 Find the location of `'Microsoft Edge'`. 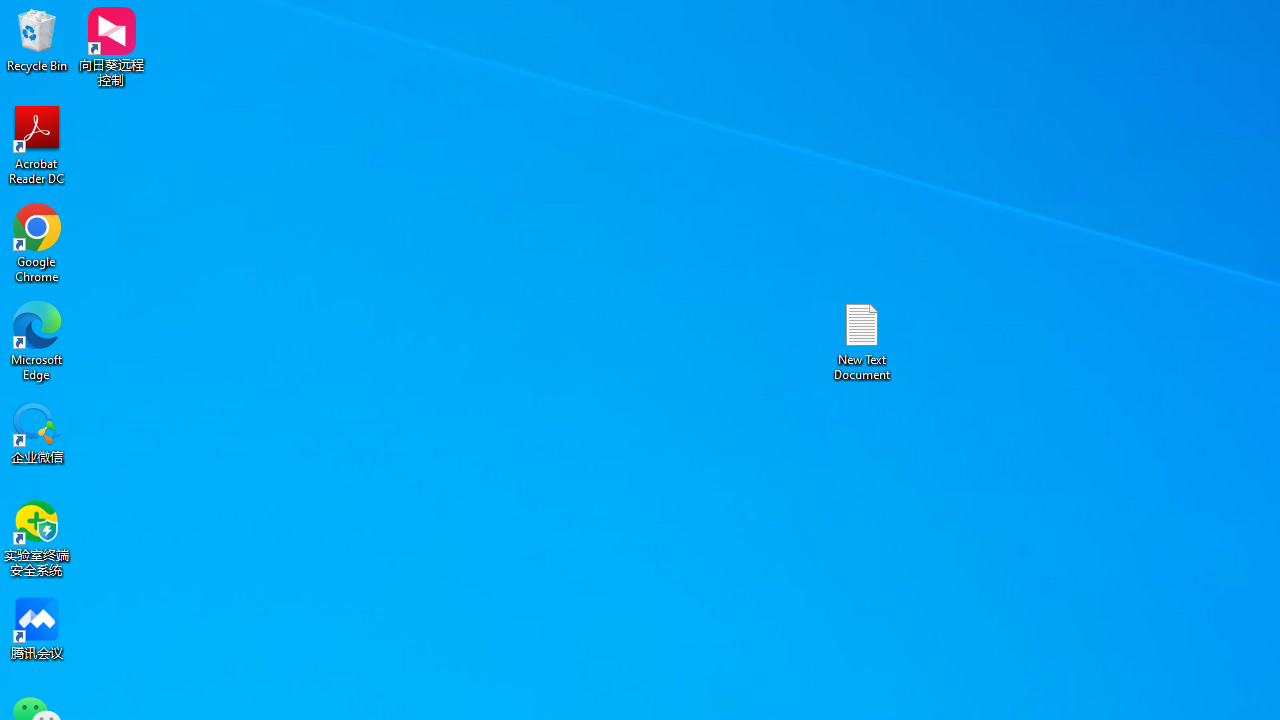

'Microsoft Edge' is located at coordinates (37, 340).